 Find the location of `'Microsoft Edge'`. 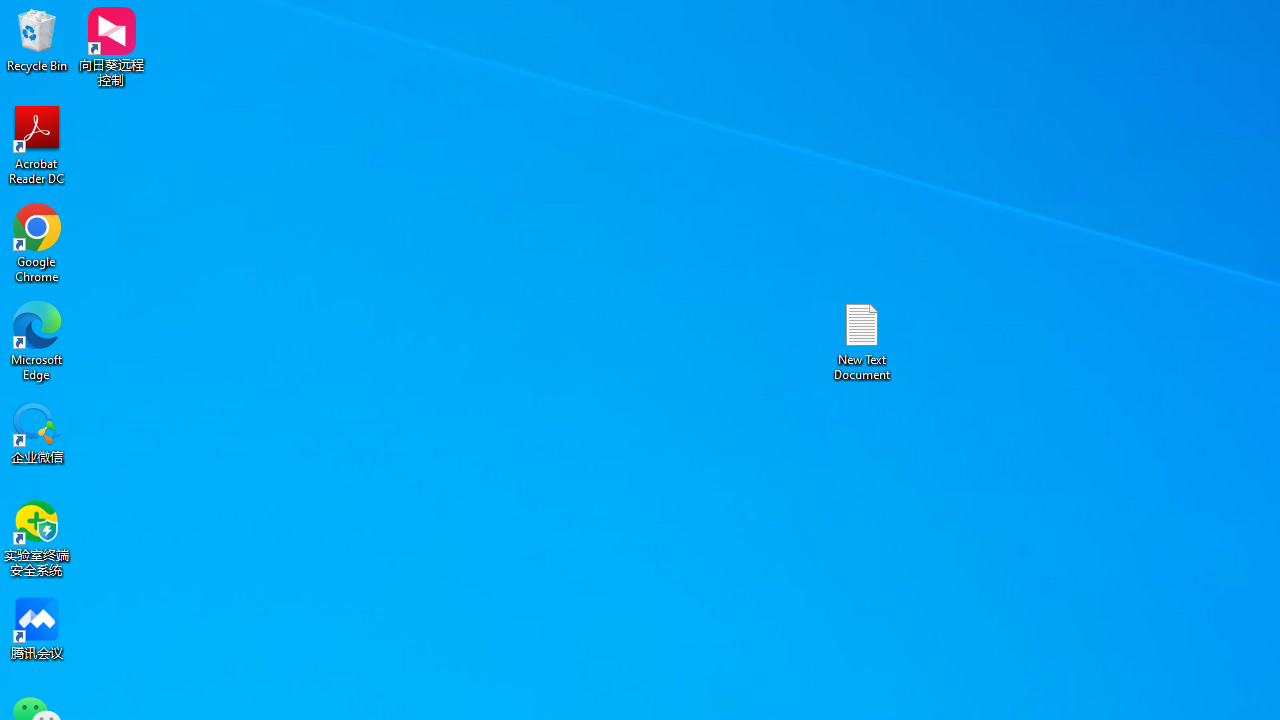

'Microsoft Edge' is located at coordinates (37, 340).